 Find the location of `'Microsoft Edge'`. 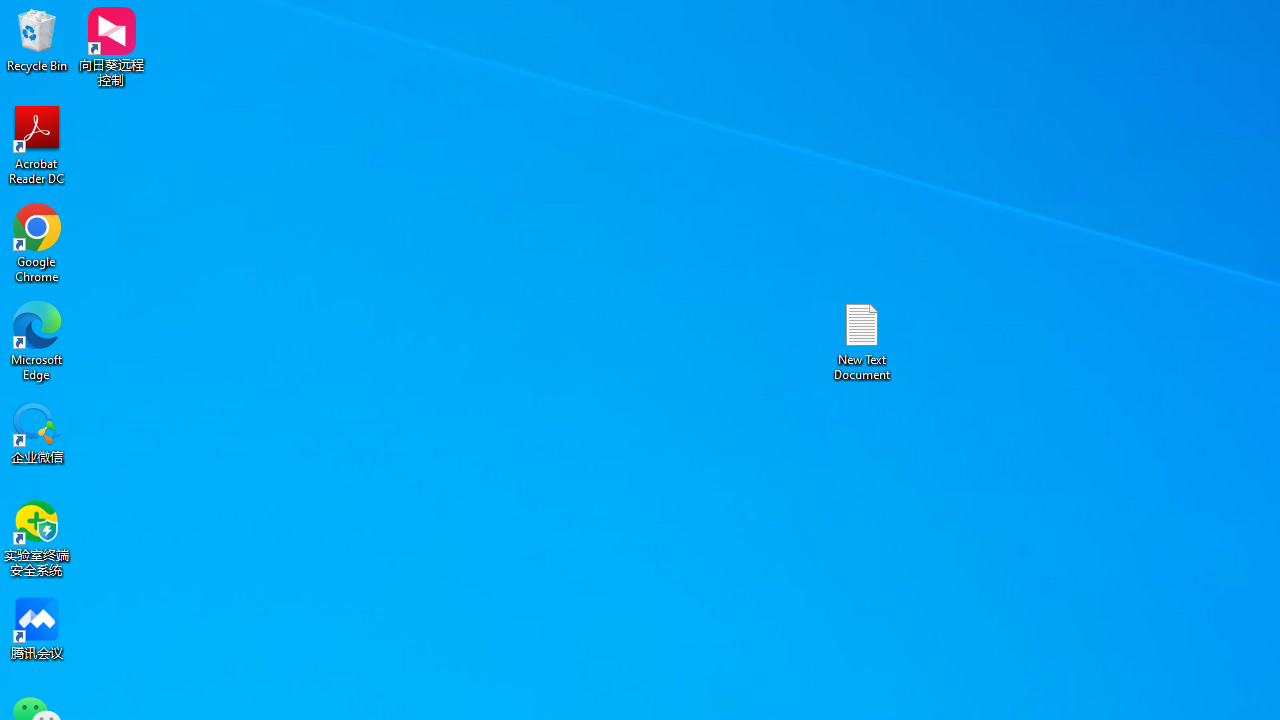

'Microsoft Edge' is located at coordinates (37, 340).